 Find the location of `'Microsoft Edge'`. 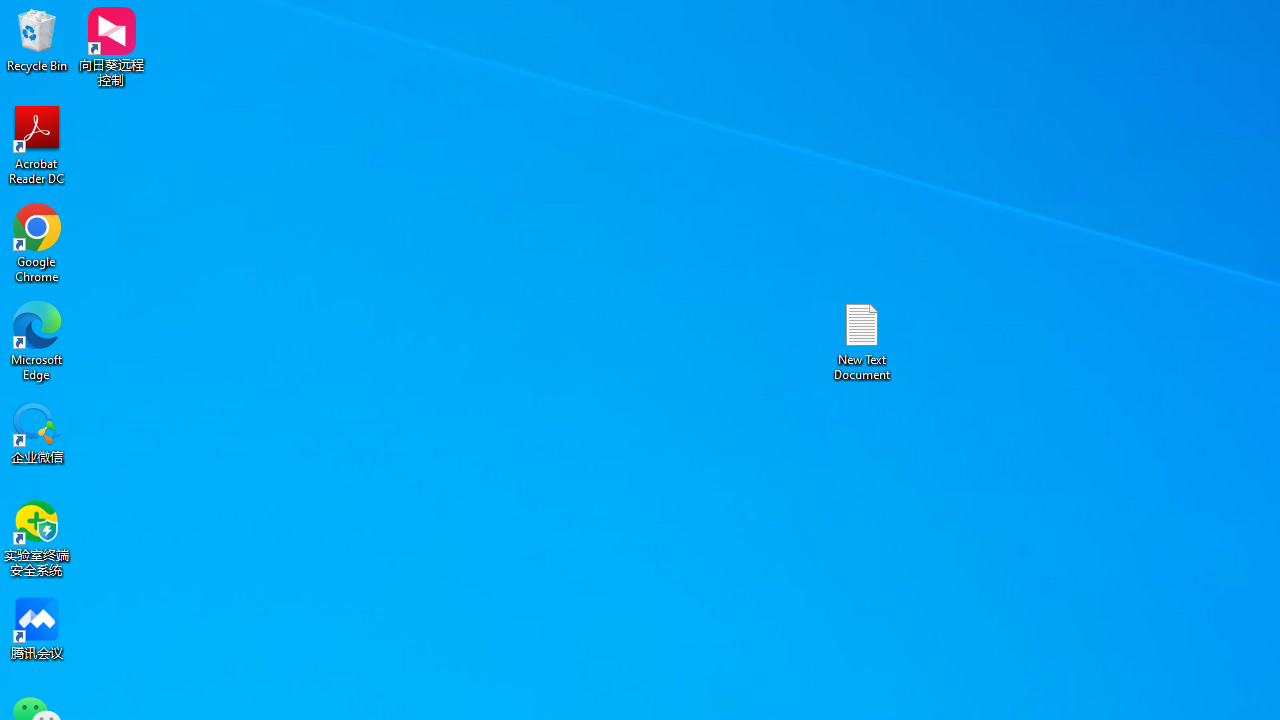

'Microsoft Edge' is located at coordinates (37, 340).